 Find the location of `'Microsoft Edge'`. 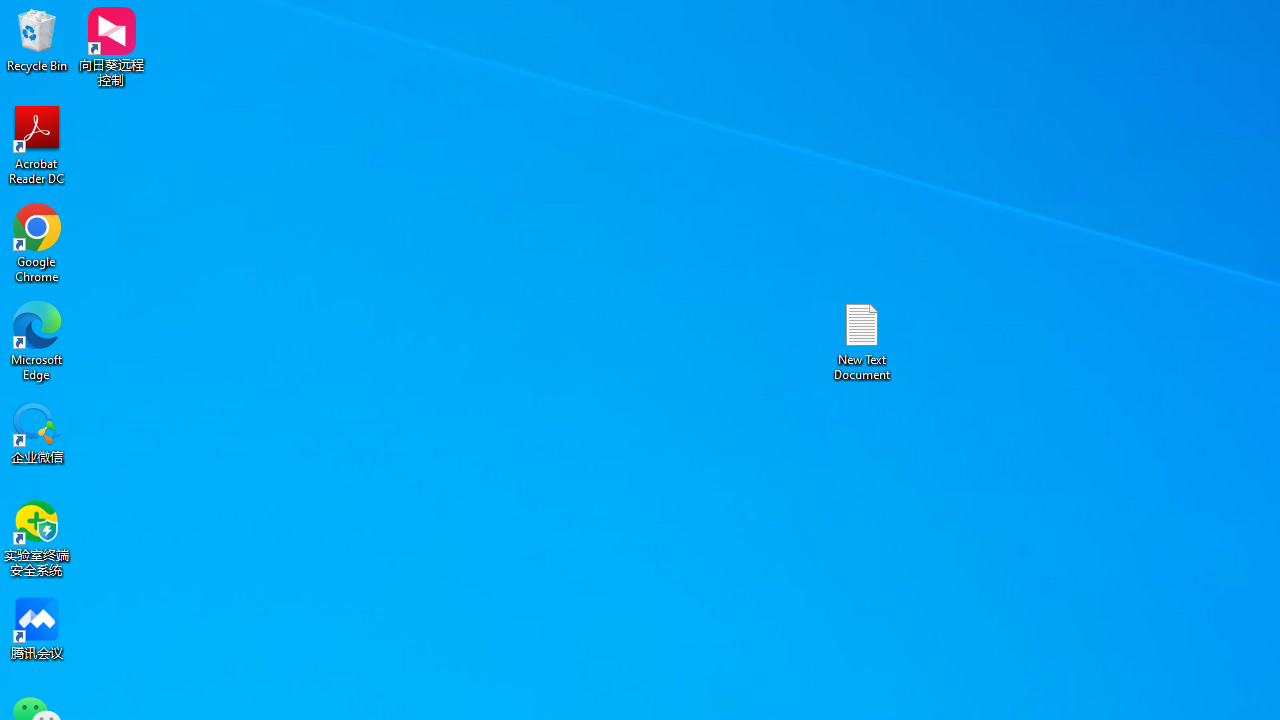

'Microsoft Edge' is located at coordinates (37, 340).